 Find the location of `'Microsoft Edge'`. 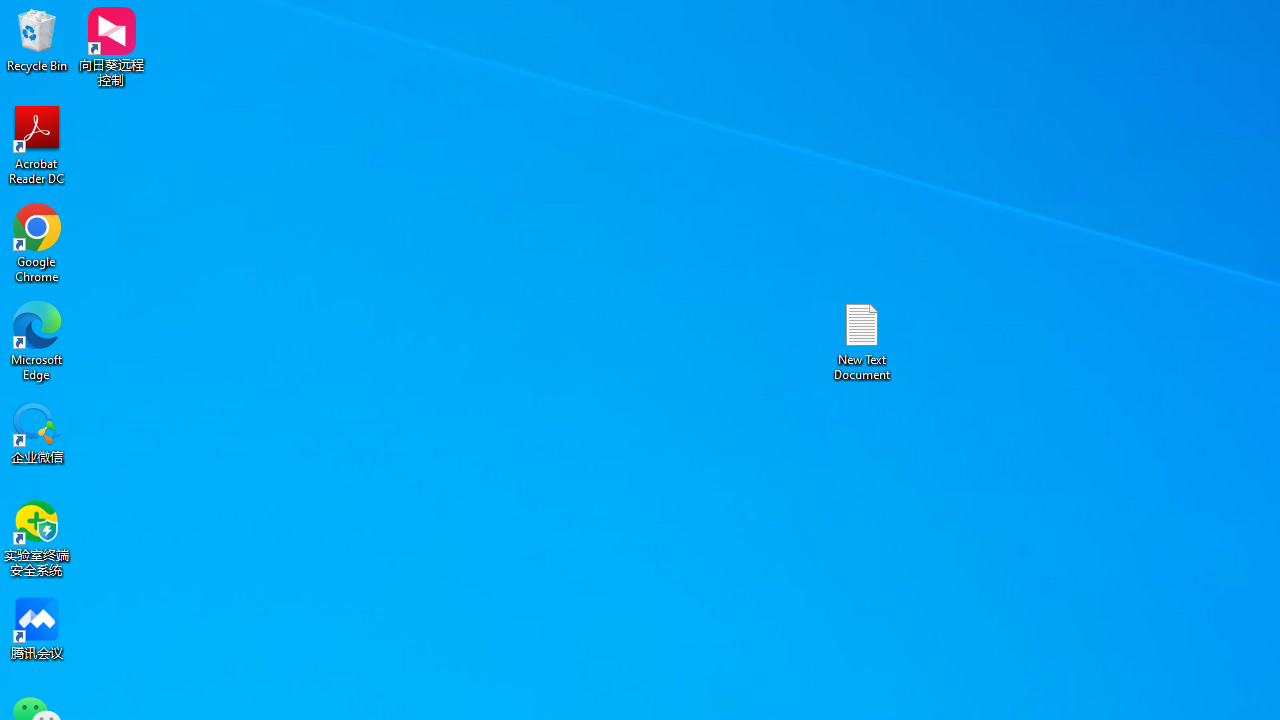

'Microsoft Edge' is located at coordinates (37, 340).